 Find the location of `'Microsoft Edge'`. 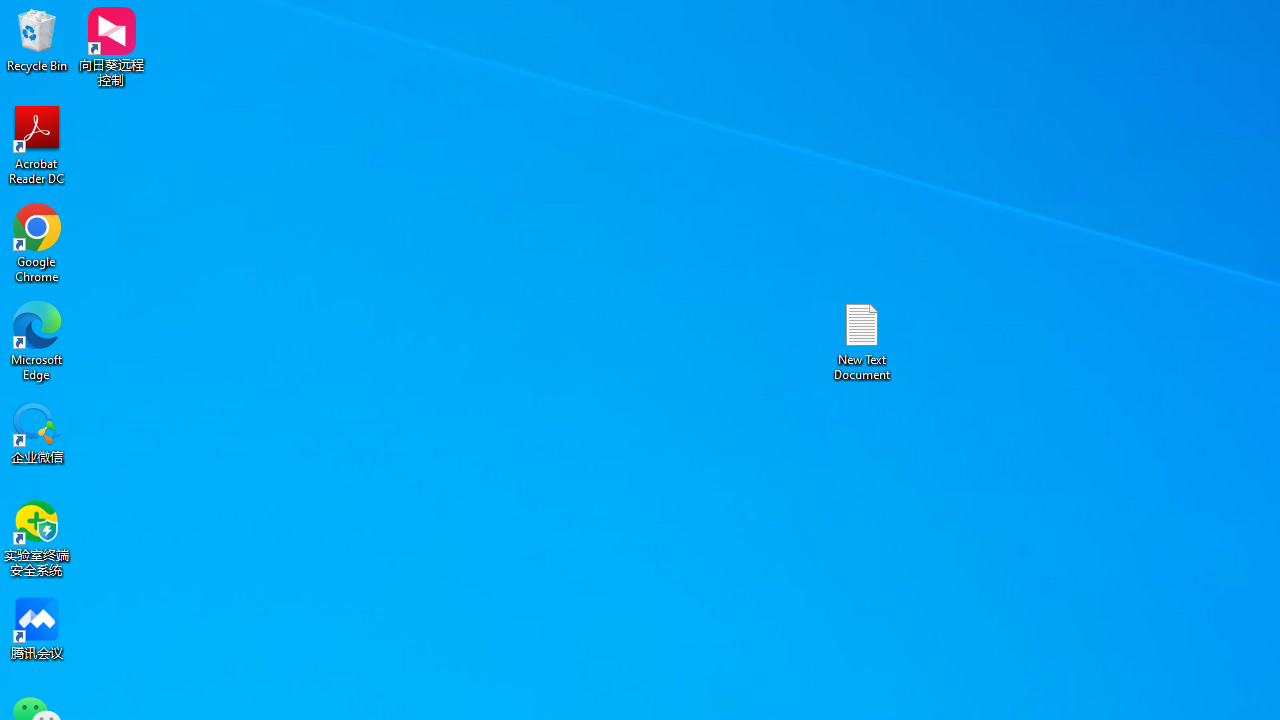

'Microsoft Edge' is located at coordinates (37, 340).